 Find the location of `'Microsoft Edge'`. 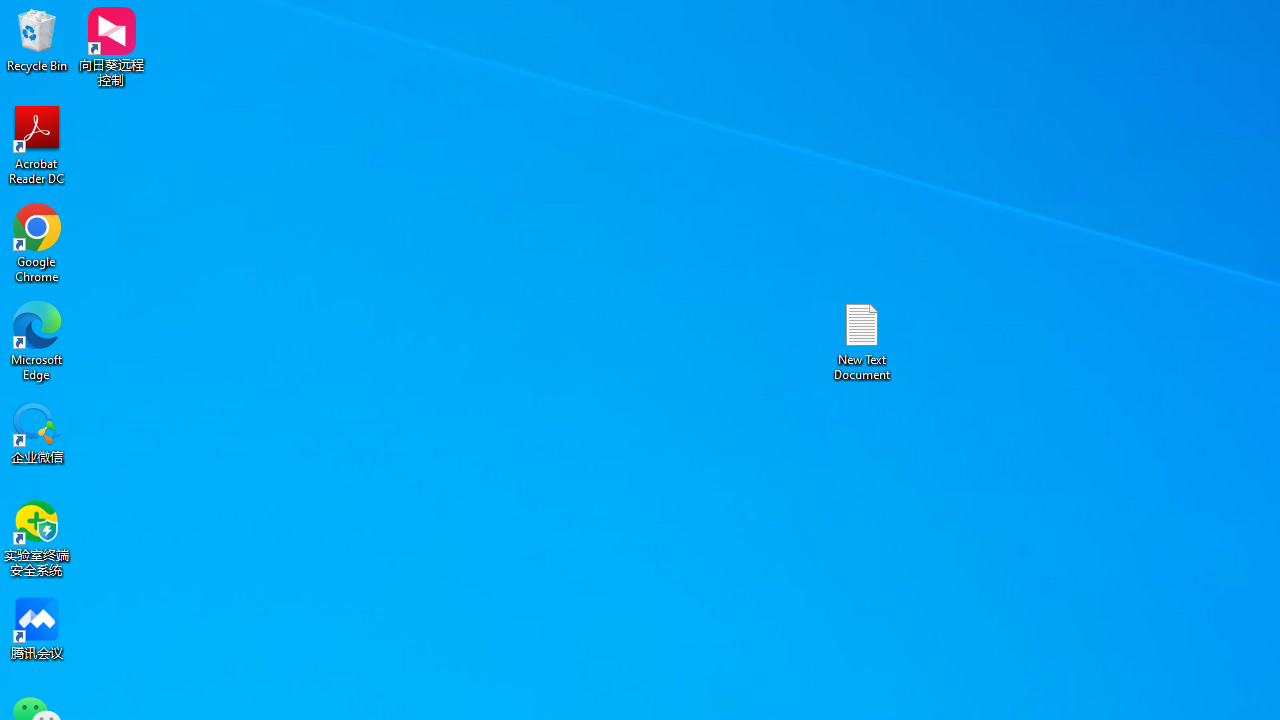

'Microsoft Edge' is located at coordinates (37, 340).